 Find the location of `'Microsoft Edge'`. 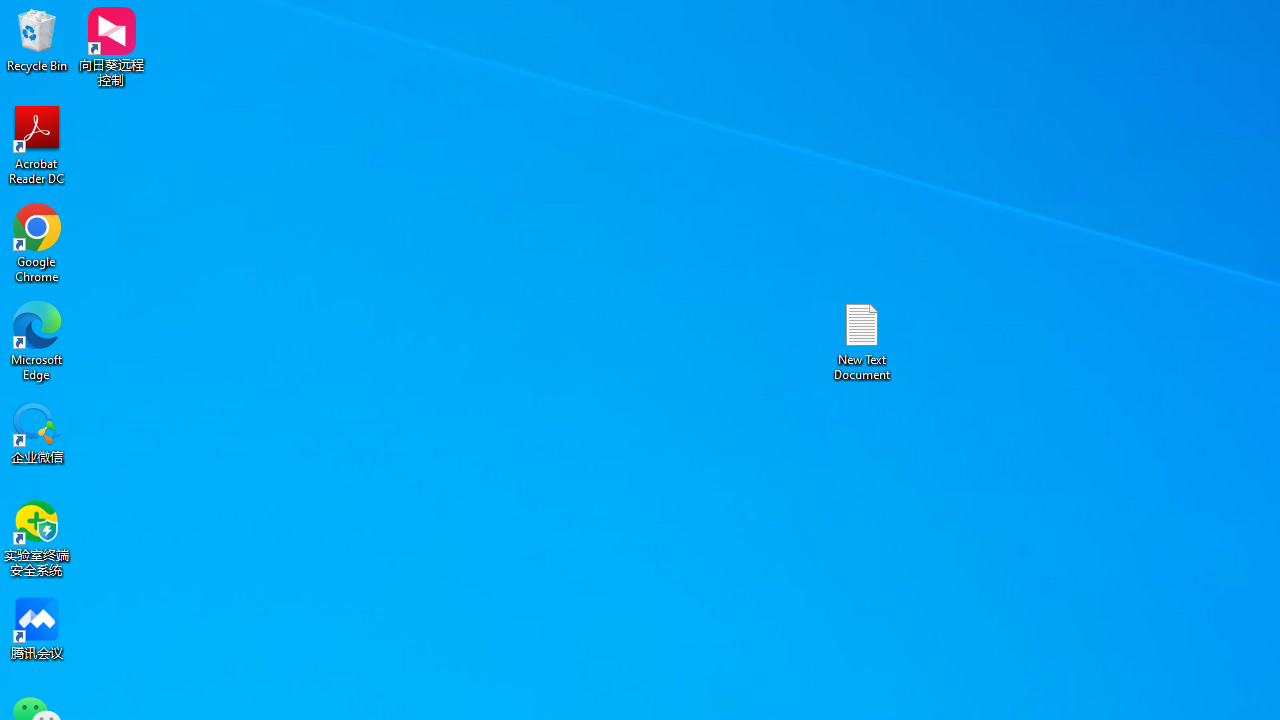

'Microsoft Edge' is located at coordinates (37, 340).